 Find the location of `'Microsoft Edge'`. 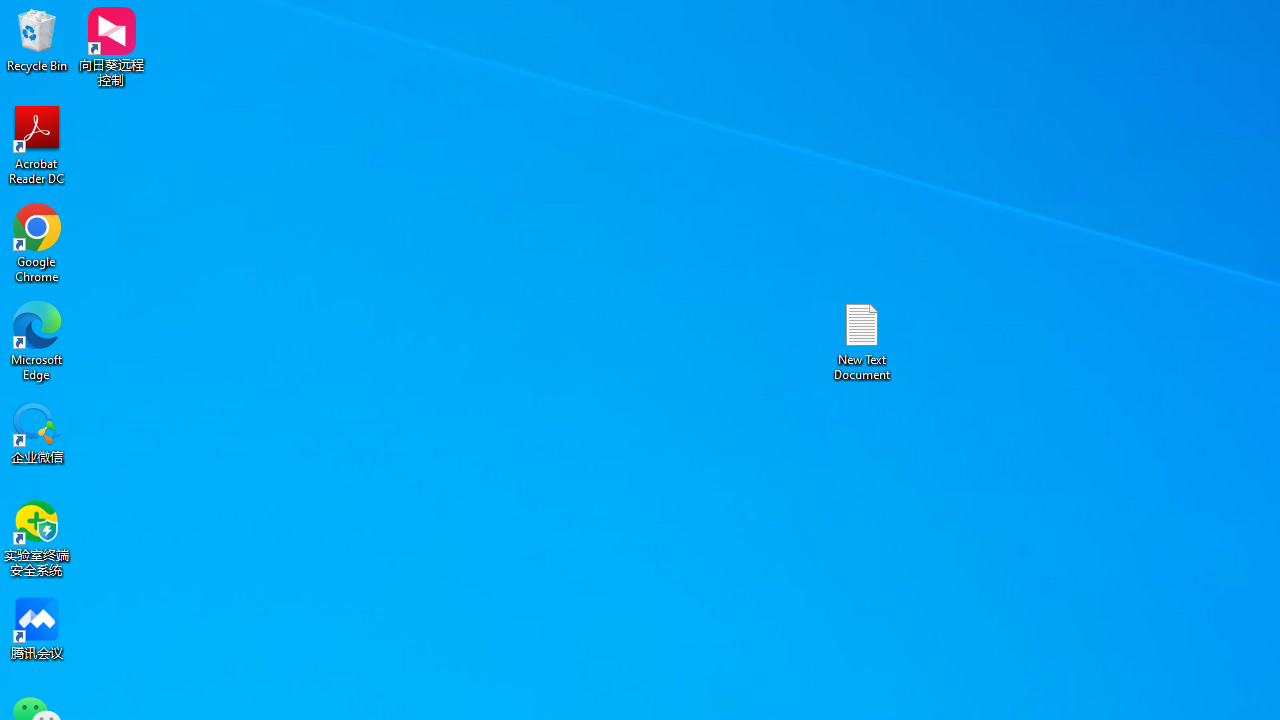

'Microsoft Edge' is located at coordinates (37, 340).